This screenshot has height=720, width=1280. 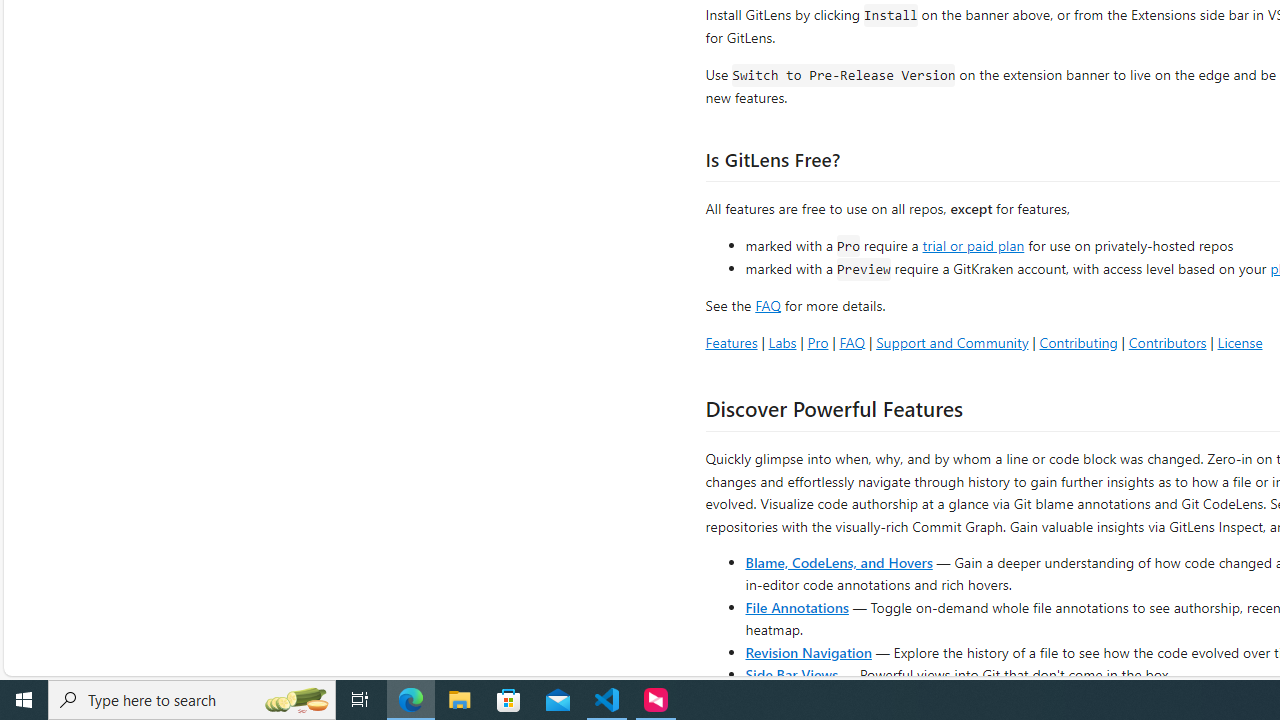 I want to click on 'Labs', so click(x=781, y=341).